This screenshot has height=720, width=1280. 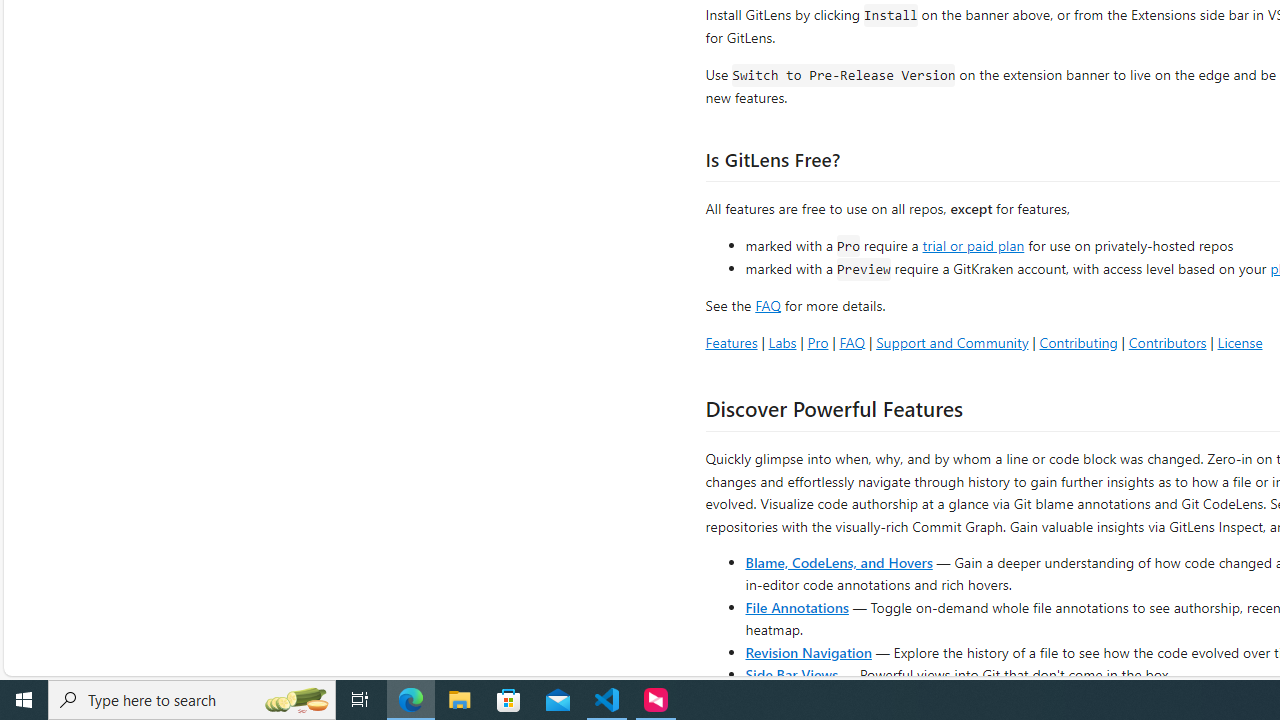 I want to click on 'Labs', so click(x=781, y=341).